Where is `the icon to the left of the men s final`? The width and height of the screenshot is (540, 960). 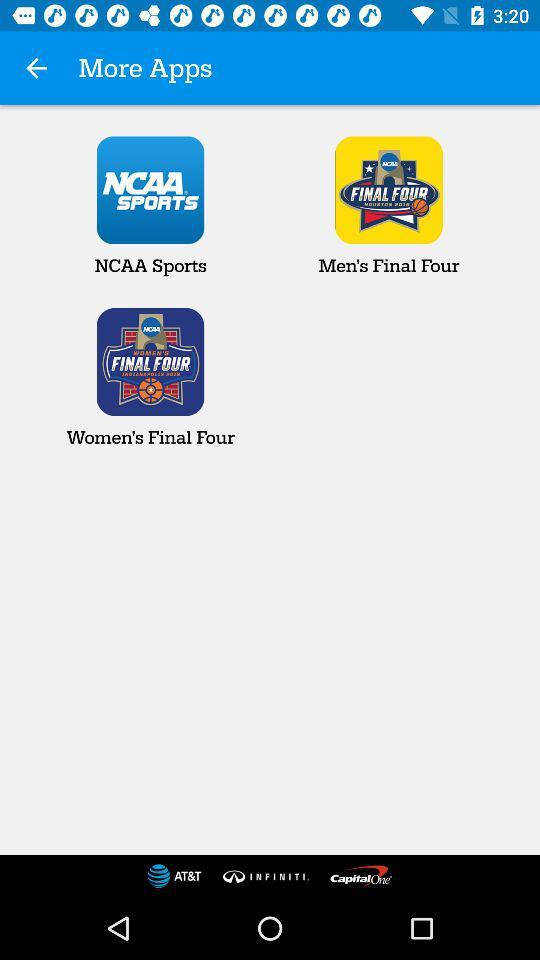
the icon to the left of the men s final is located at coordinates (149, 206).